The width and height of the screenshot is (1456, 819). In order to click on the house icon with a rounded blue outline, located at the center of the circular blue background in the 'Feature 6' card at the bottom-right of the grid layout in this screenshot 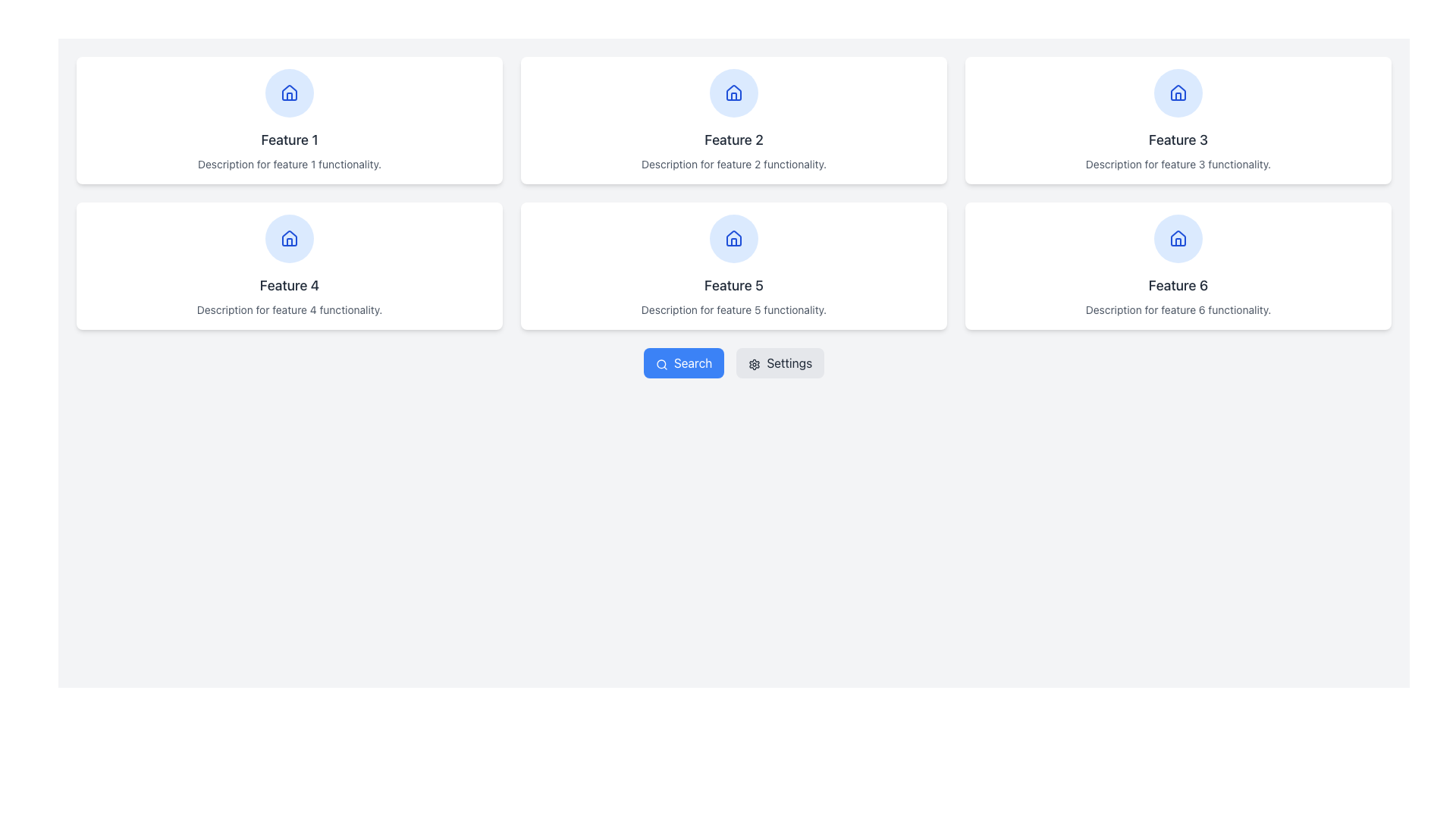, I will do `click(1178, 239)`.